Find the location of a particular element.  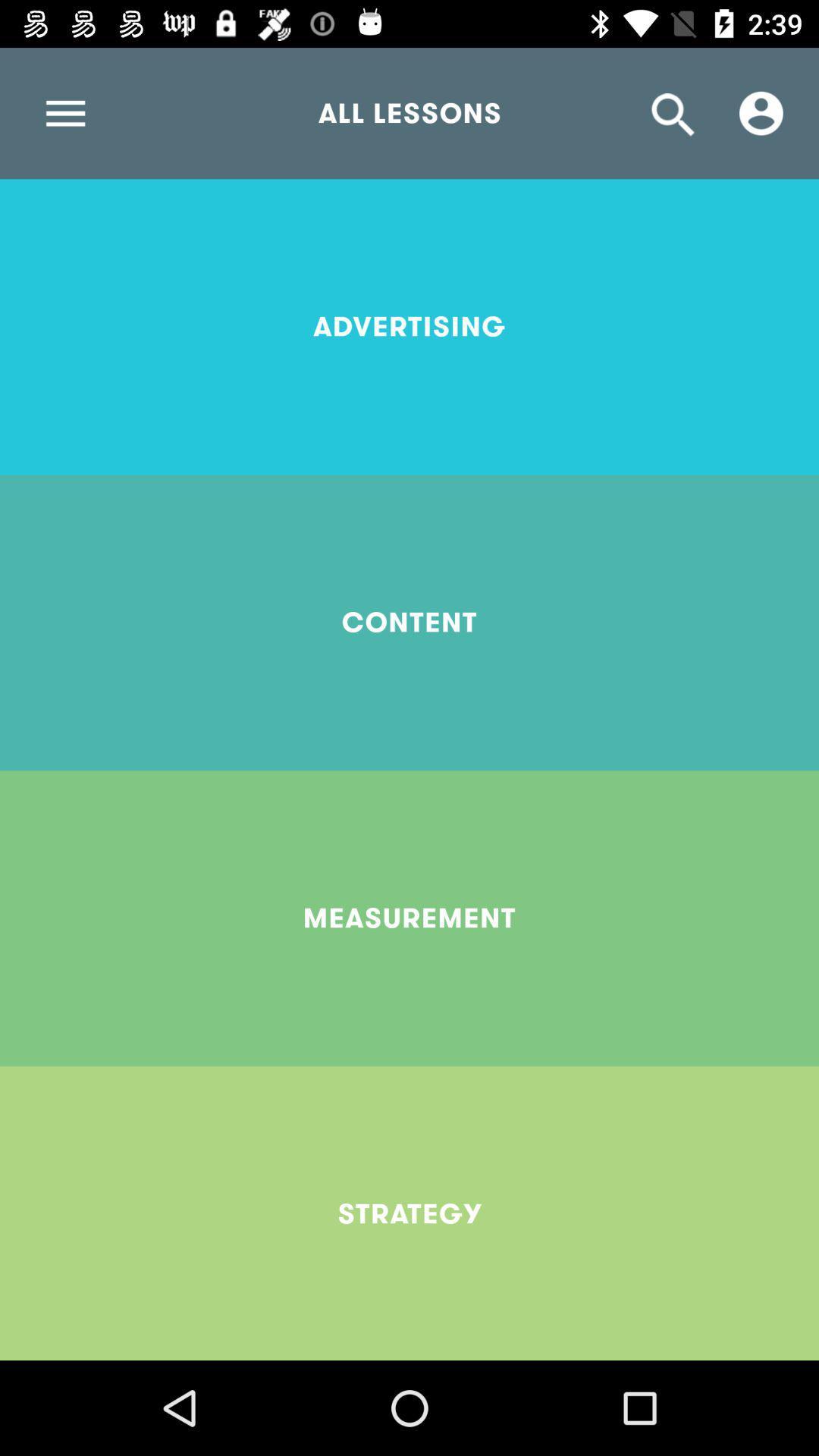

item next to the all lessons item is located at coordinates (64, 112).